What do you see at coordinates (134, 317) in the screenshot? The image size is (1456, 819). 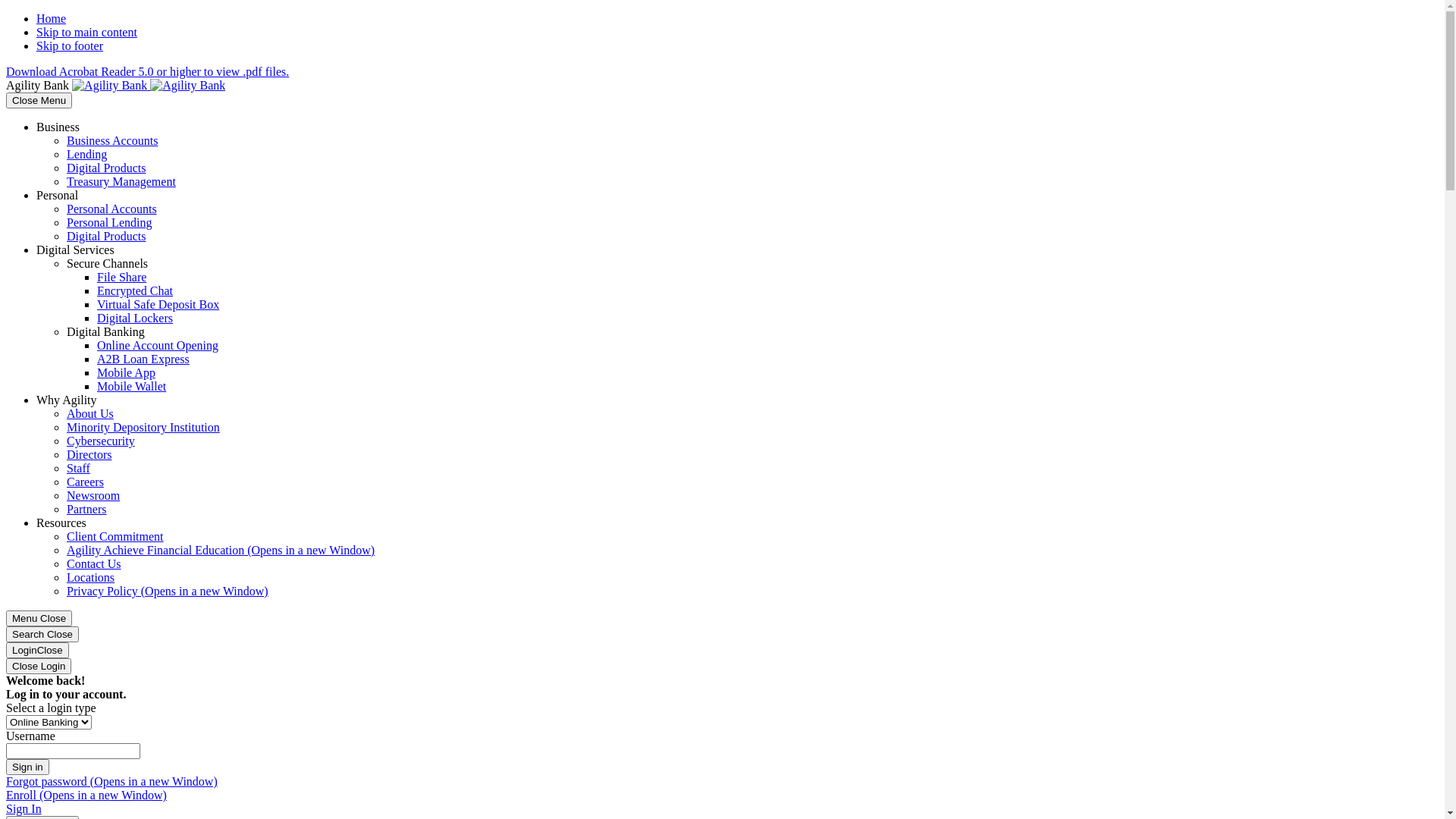 I see `'Digital Lockers'` at bounding box center [134, 317].